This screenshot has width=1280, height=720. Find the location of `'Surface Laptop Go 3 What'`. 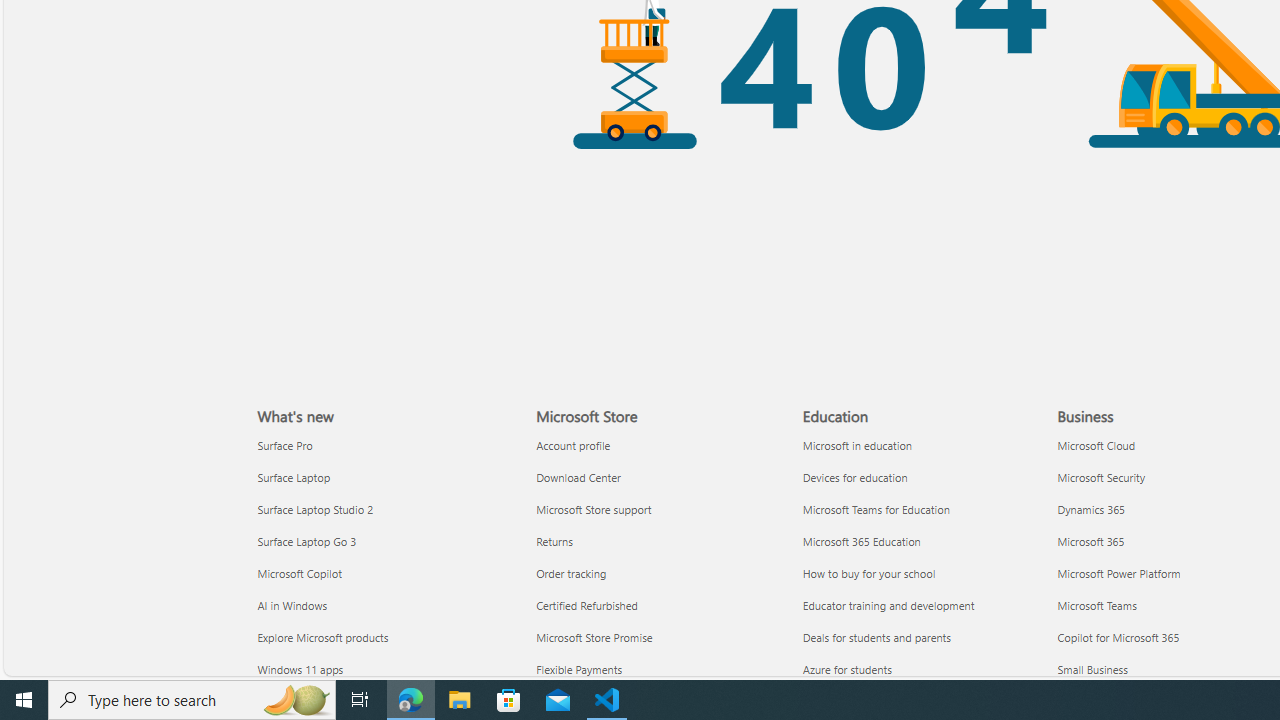

'Surface Laptop Go 3 What' is located at coordinates (306, 540).